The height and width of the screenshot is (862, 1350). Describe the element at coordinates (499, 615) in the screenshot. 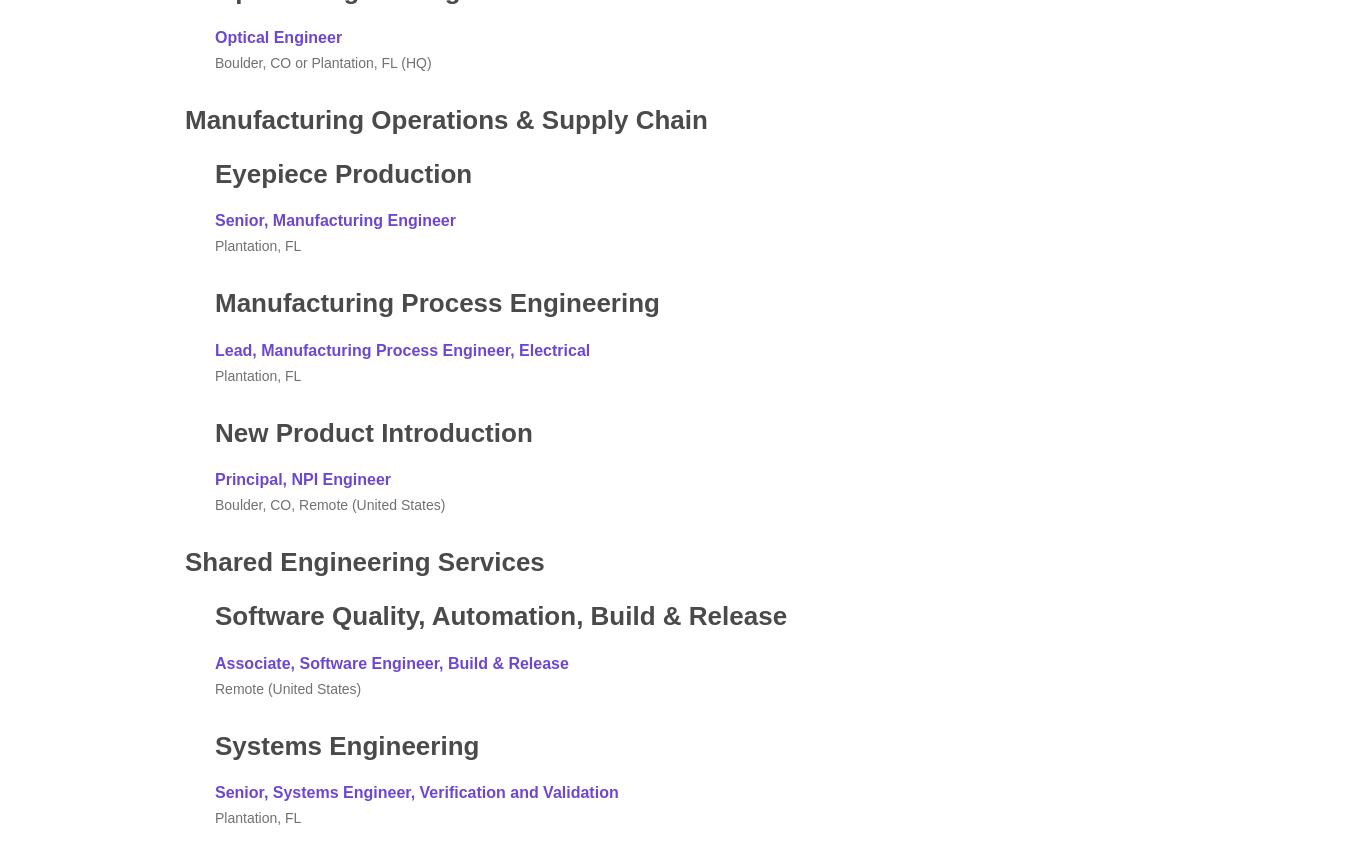

I see `'Software Quality, Automation, Build & Release'` at that location.